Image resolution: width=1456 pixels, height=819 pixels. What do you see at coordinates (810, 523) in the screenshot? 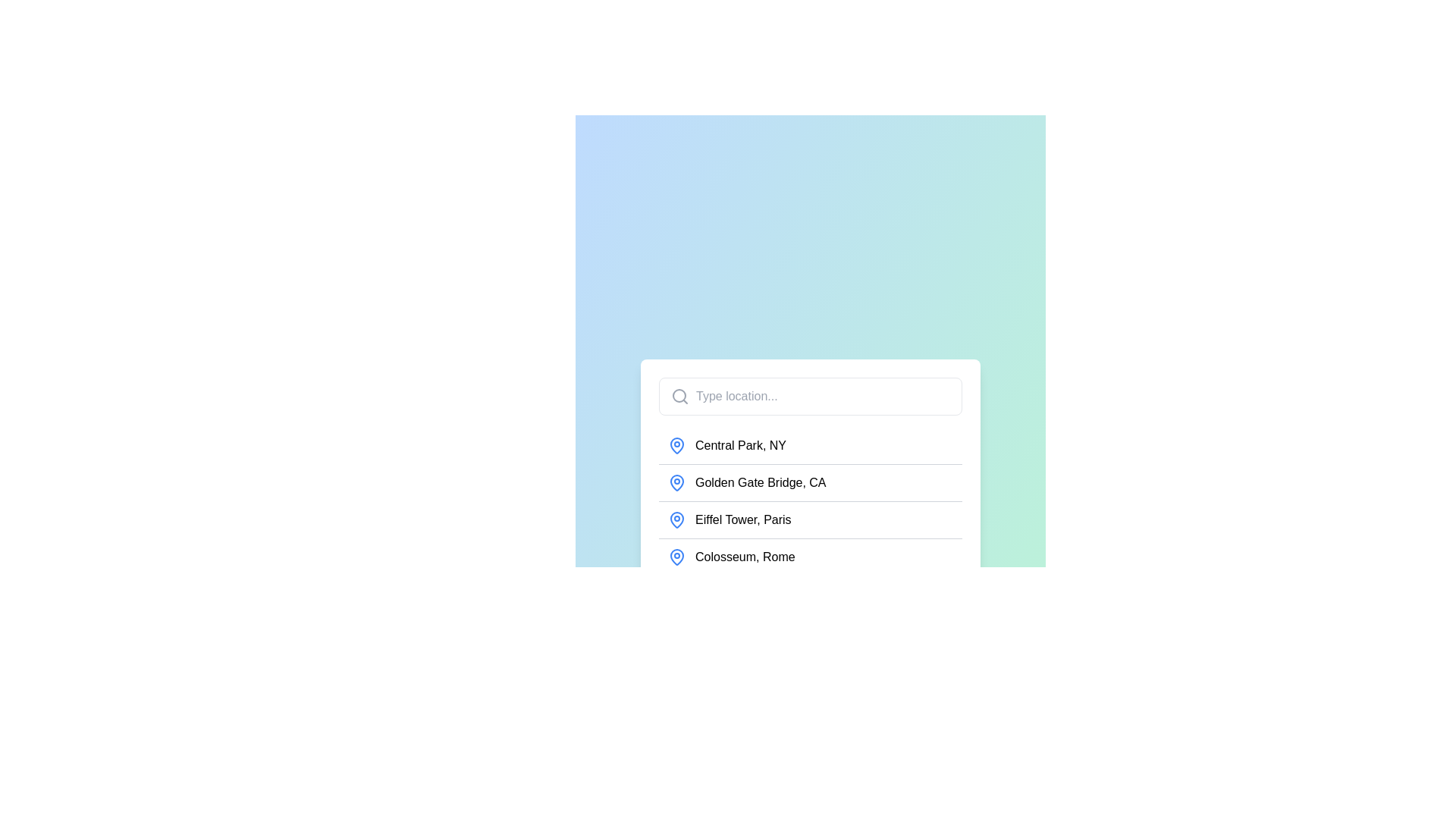
I see `the third selectable list item in the vertical list of locations` at bounding box center [810, 523].